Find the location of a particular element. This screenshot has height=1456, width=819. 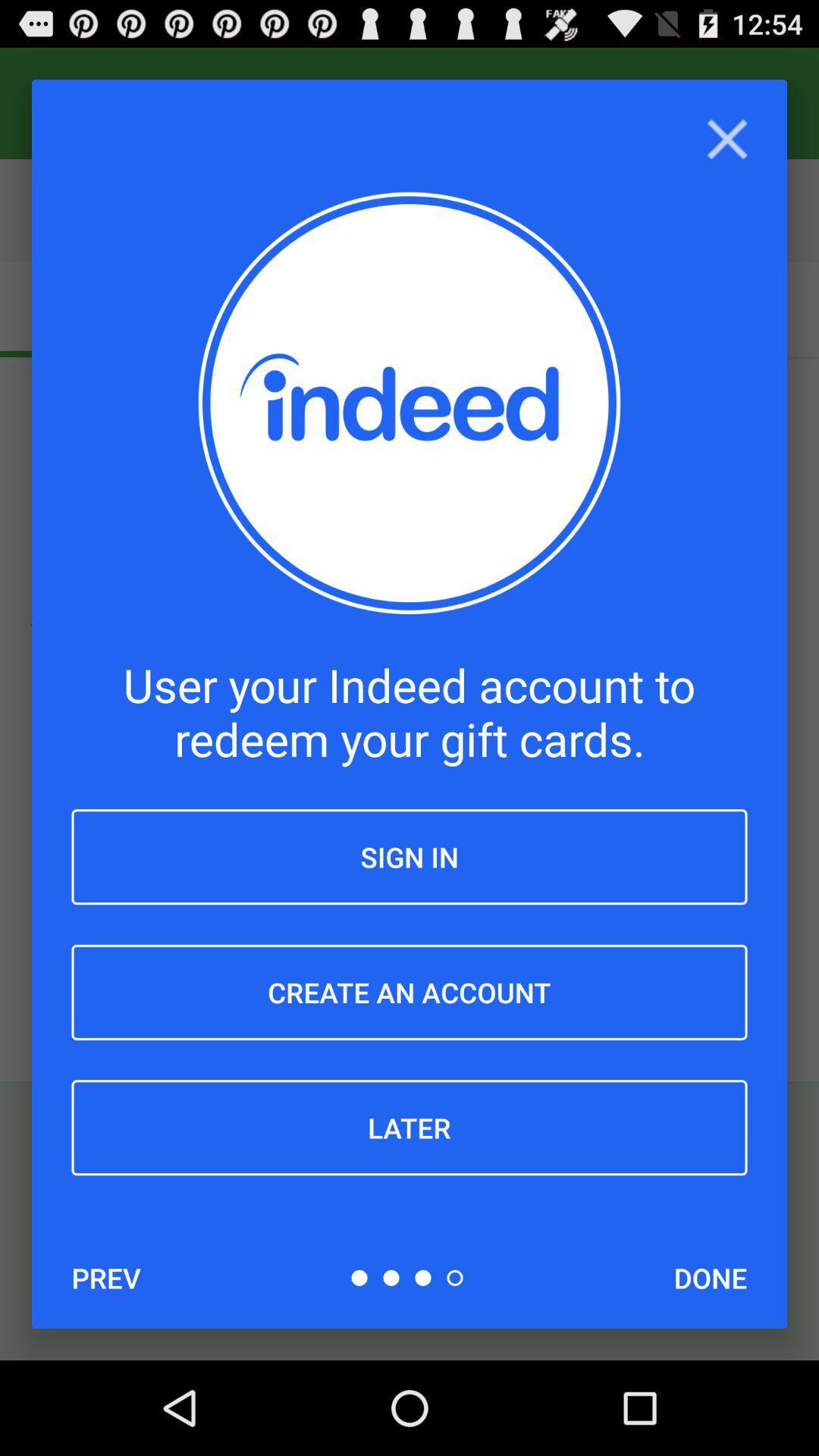

the icon at the bottom left corner is located at coordinates (105, 1277).